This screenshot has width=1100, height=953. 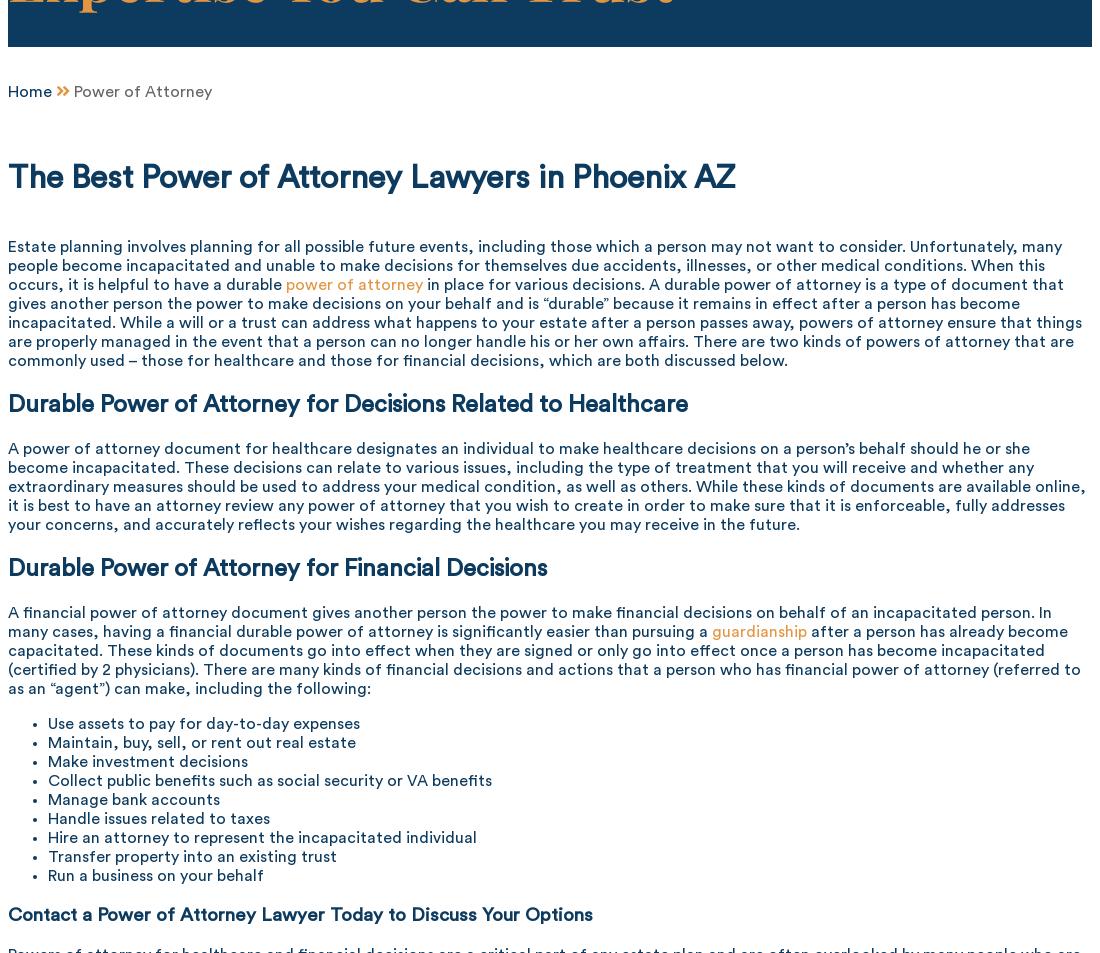 What do you see at coordinates (348, 402) in the screenshot?
I see `'Durable Power of Attorney for Decisions Related to Healthcare'` at bounding box center [348, 402].